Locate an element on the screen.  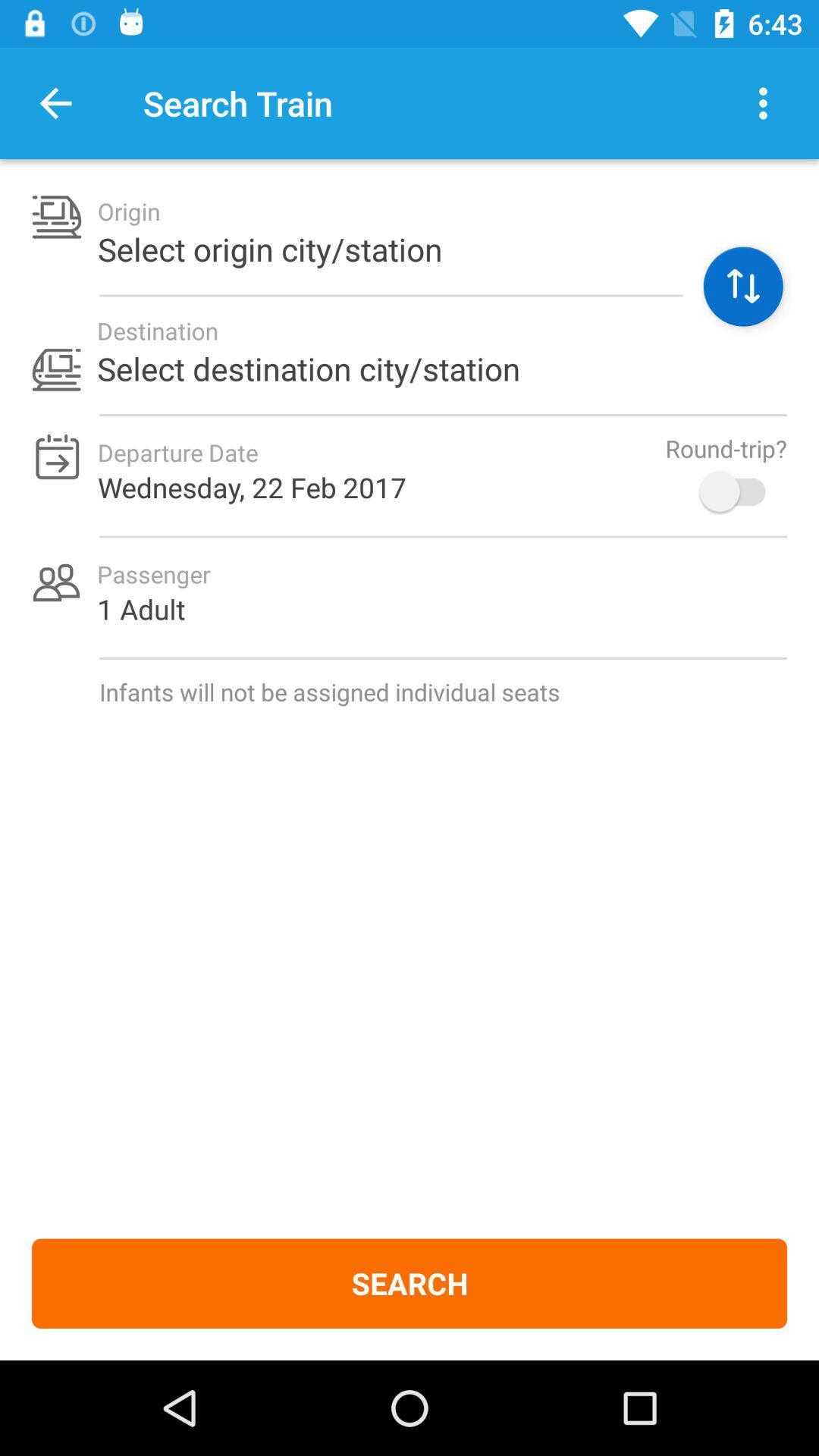
open other options is located at coordinates (763, 102).